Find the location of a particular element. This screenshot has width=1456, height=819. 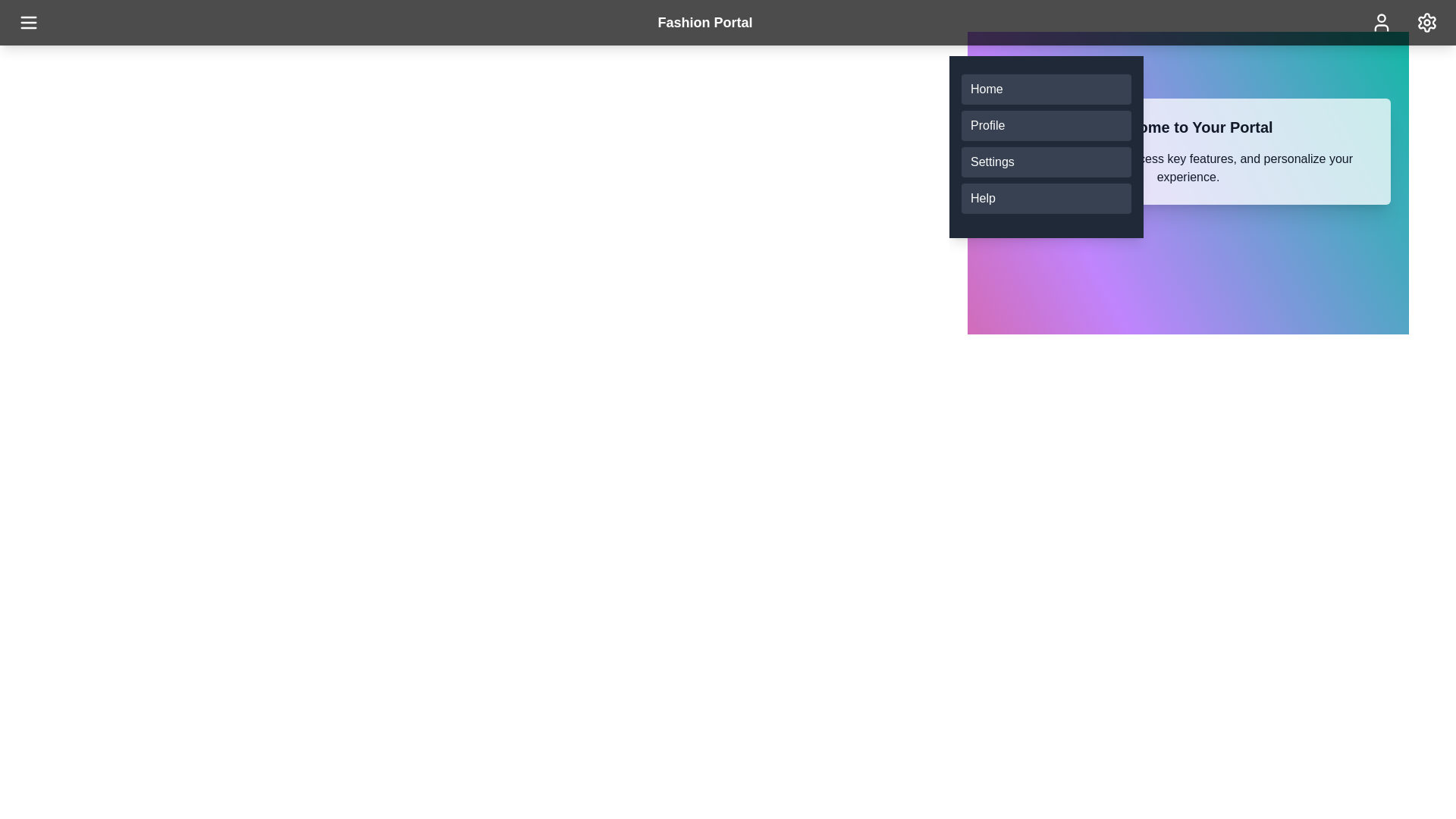

the menu item Help from the list is located at coordinates (1046, 198).